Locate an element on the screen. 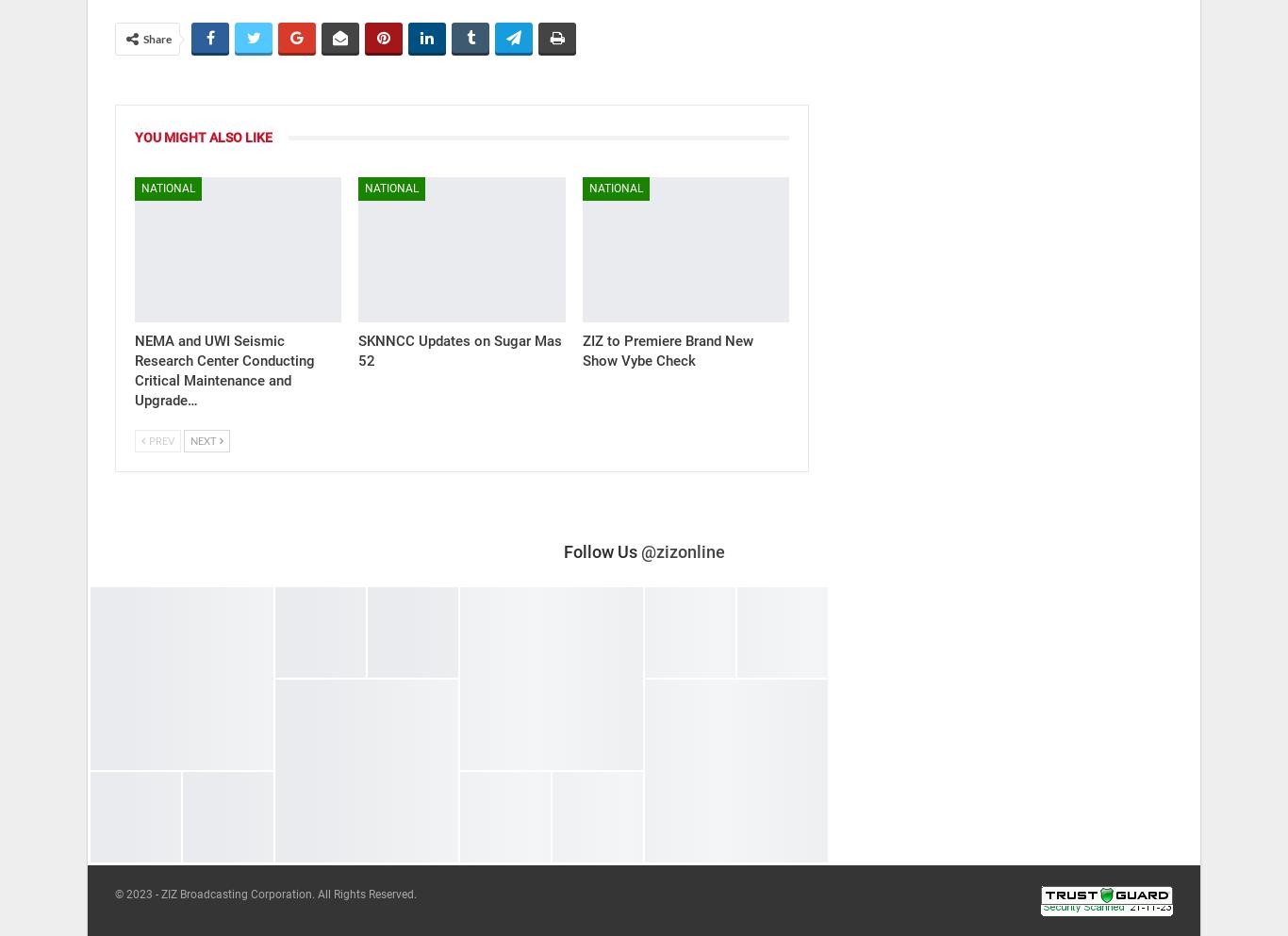 This screenshot has height=936, width=1288. 'SKNNCC Updates on Sugar Mas 52' is located at coordinates (459, 350).